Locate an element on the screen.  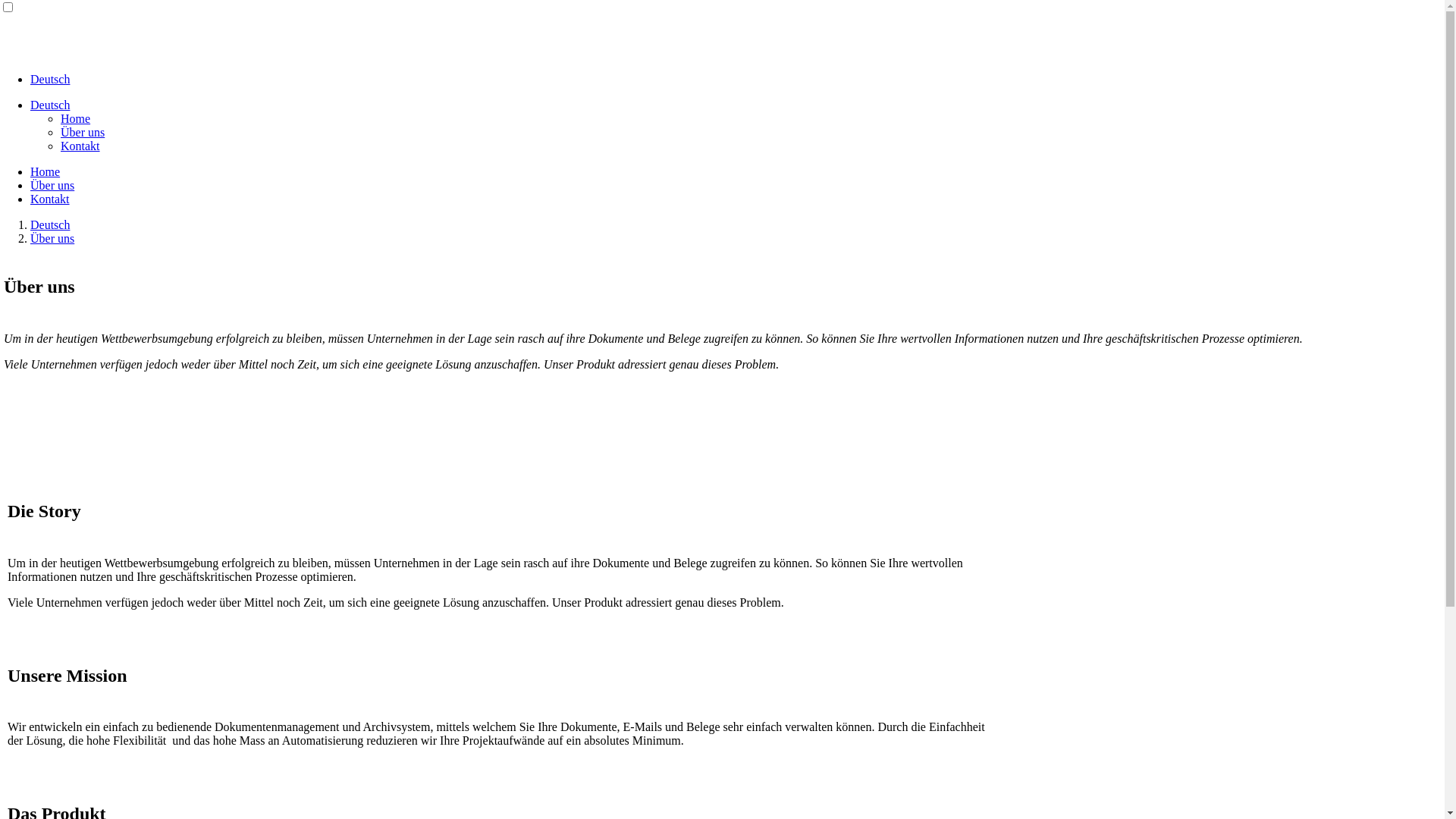
'Home' is located at coordinates (45, 171).